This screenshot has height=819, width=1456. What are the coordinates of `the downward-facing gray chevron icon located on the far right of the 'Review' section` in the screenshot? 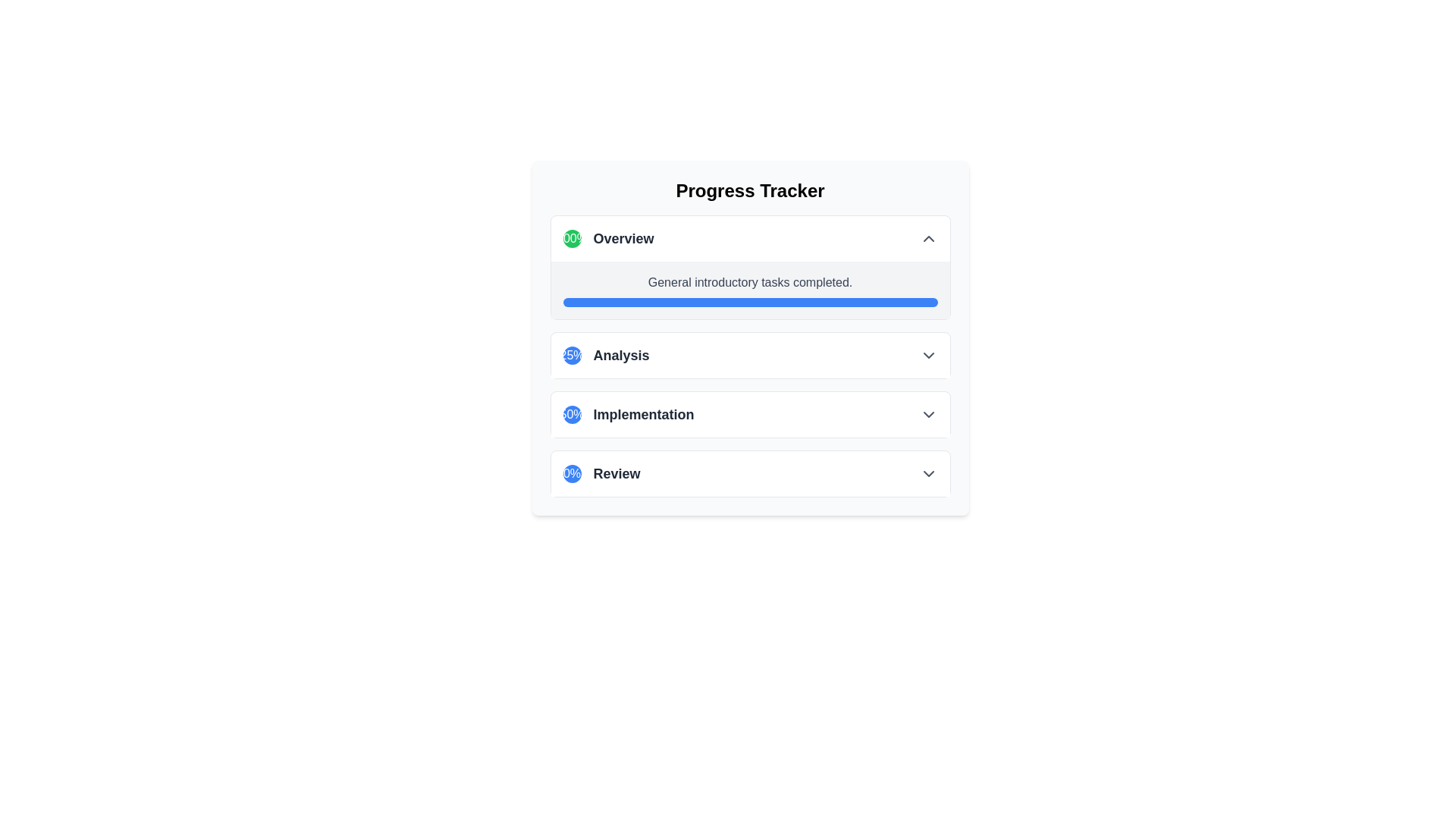 It's located at (927, 472).